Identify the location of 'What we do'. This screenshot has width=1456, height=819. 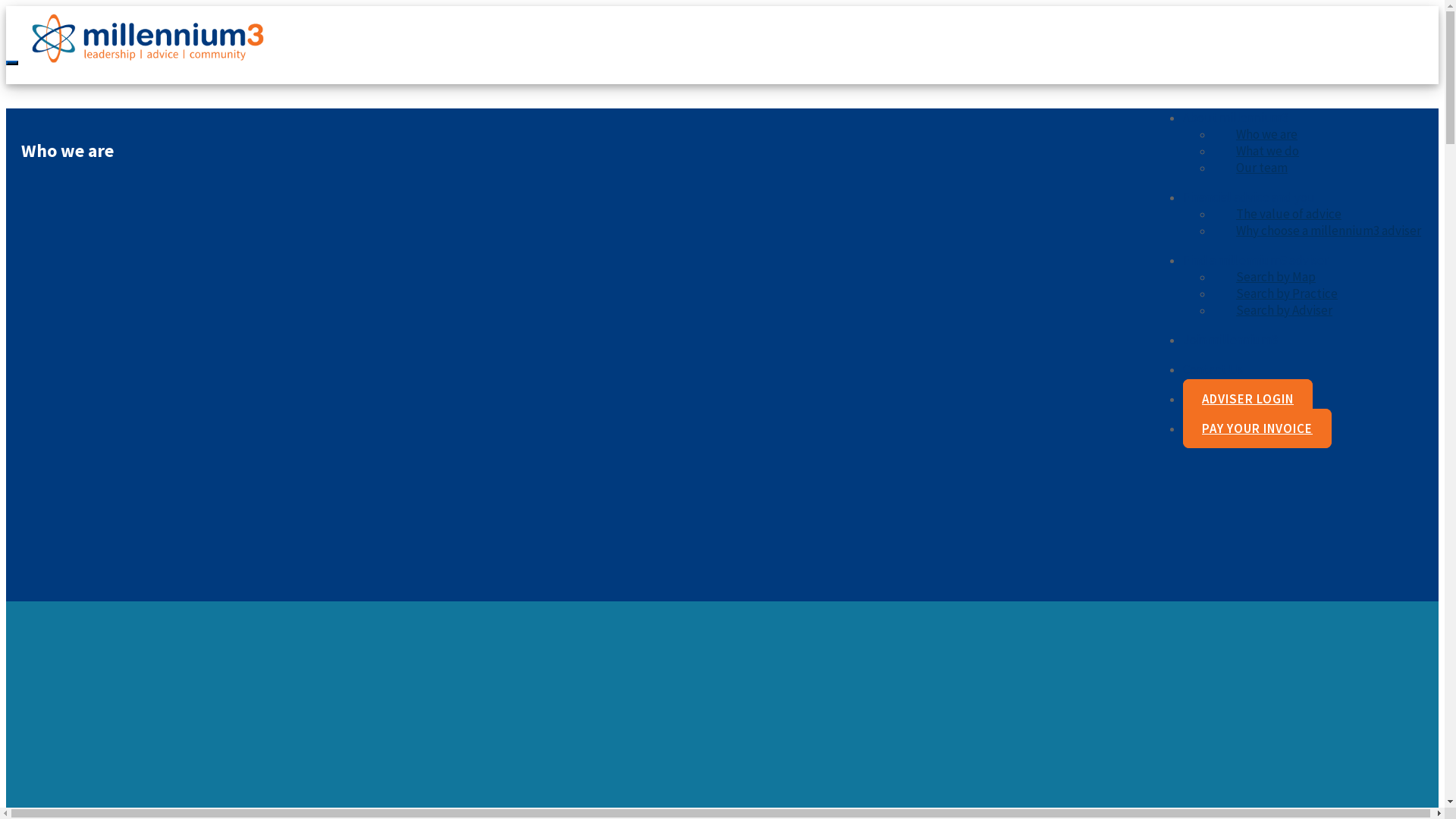
(1267, 151).